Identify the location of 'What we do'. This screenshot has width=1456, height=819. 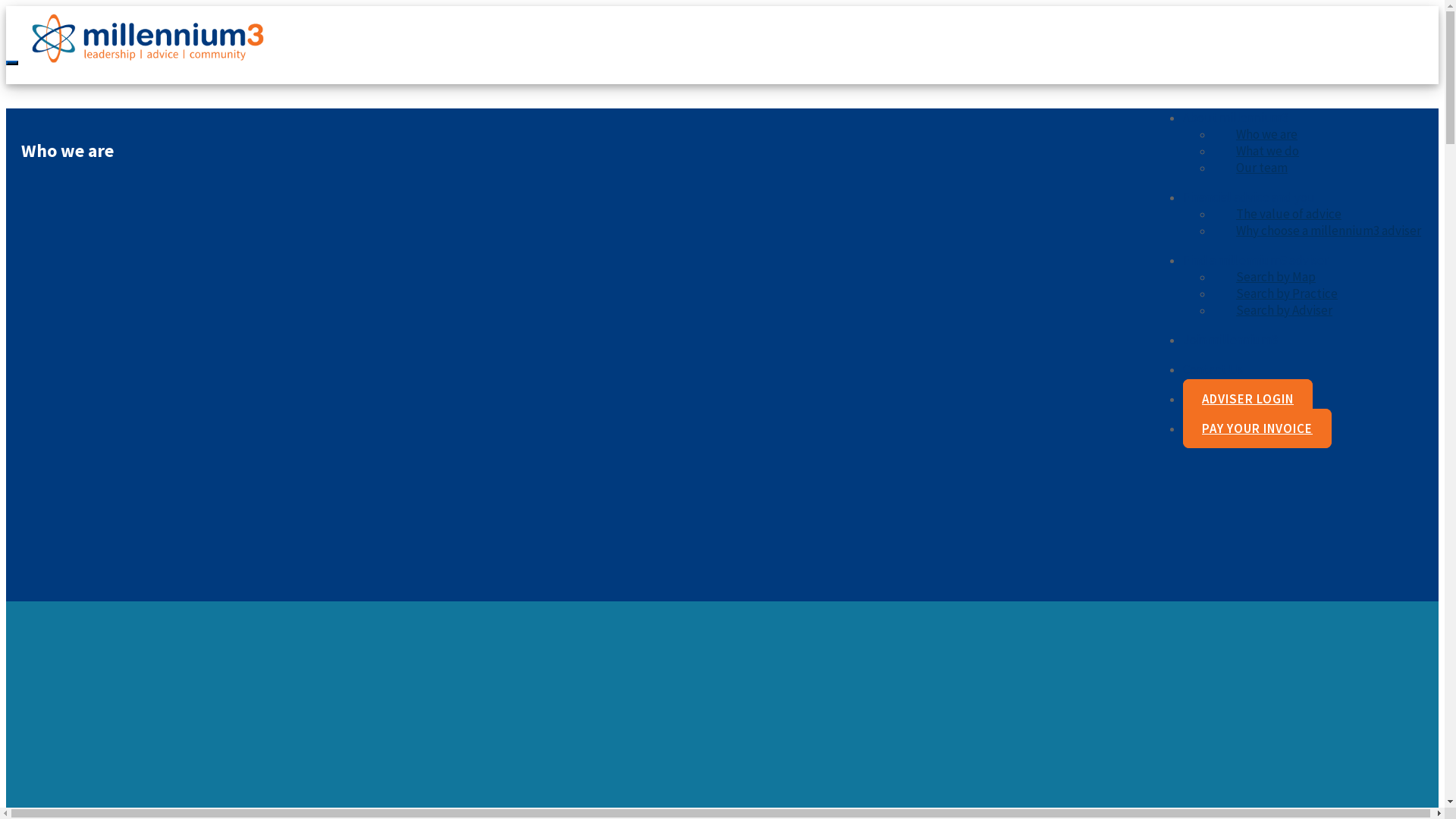
(1267, 151).